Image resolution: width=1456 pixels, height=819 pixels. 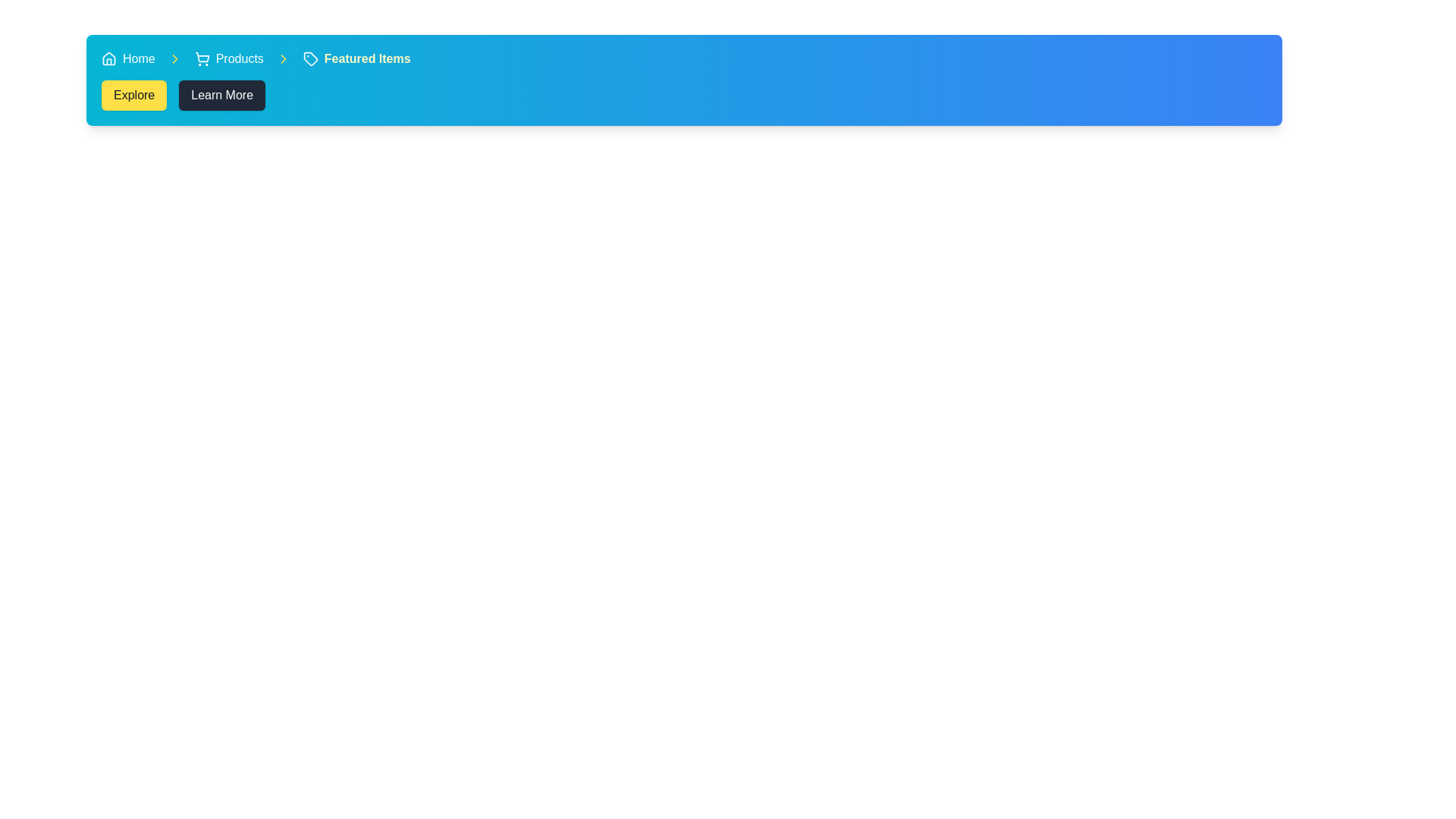 I want to click on the decorative right-facing chevron icon in the breadcrumb navigation bar that separates 'Products' and 'Featured Items', so click(x=283, y=58).